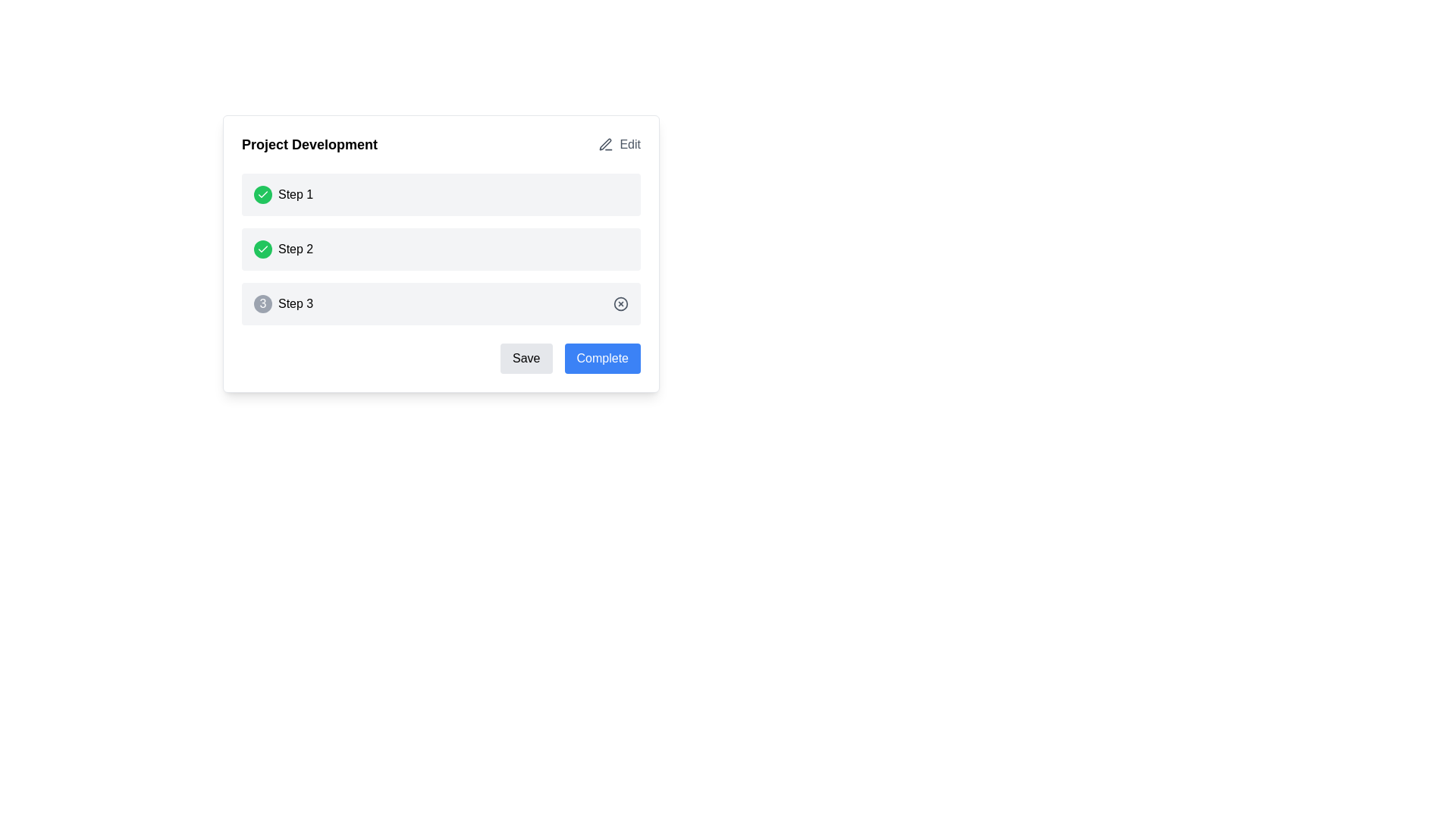 The width and height of the screenshot is (1456, 819). Describe the element at coordinates (621, 304) in the screenshot. I see `the SVG circle element that is part of a decorative 'cancel' or 'remove' icon, located near the right edge of the third step of a task list` at that location.